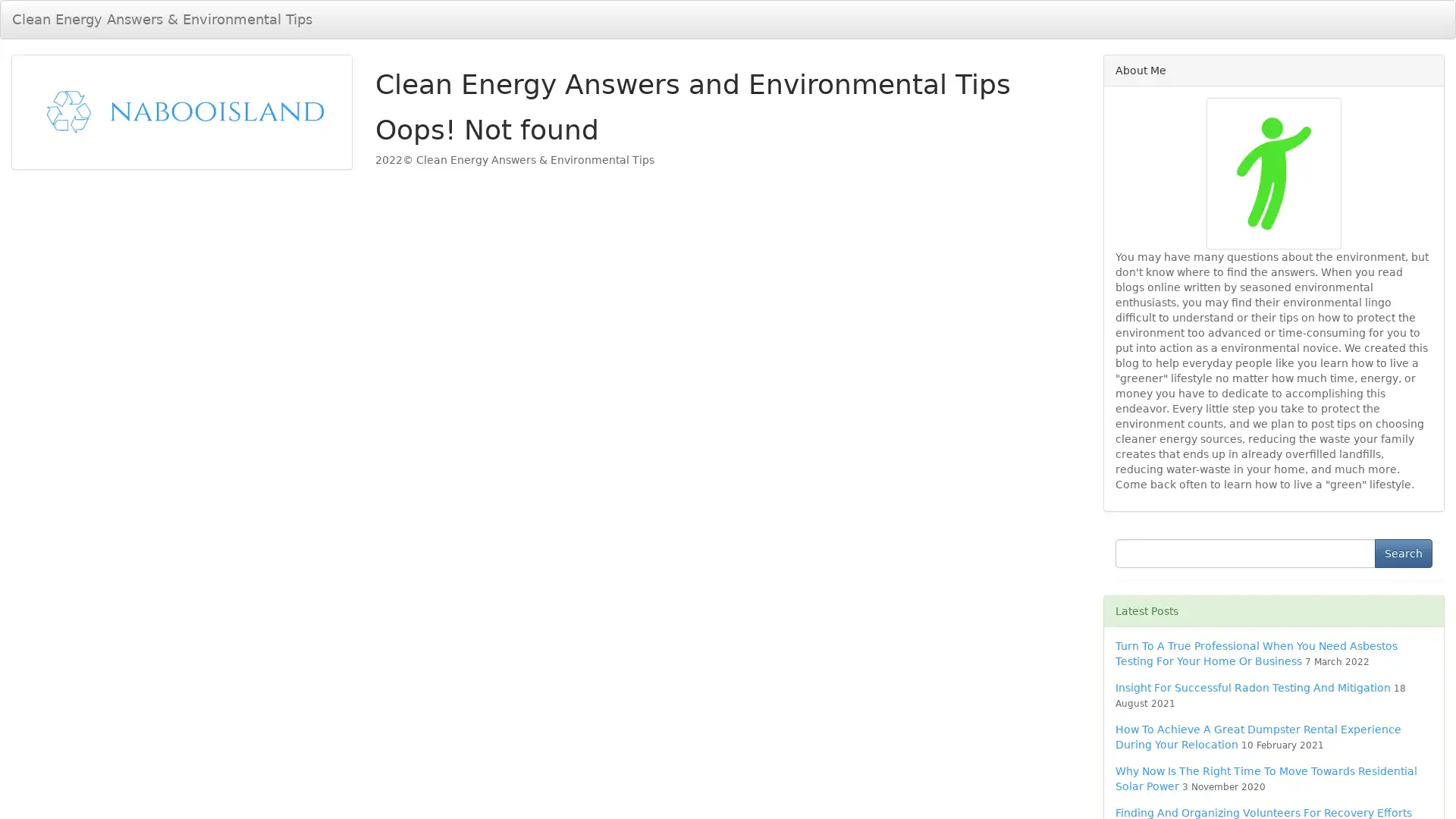 This screenshot has height=819, width=1456. I want to click on Search, so click(1403, 553).